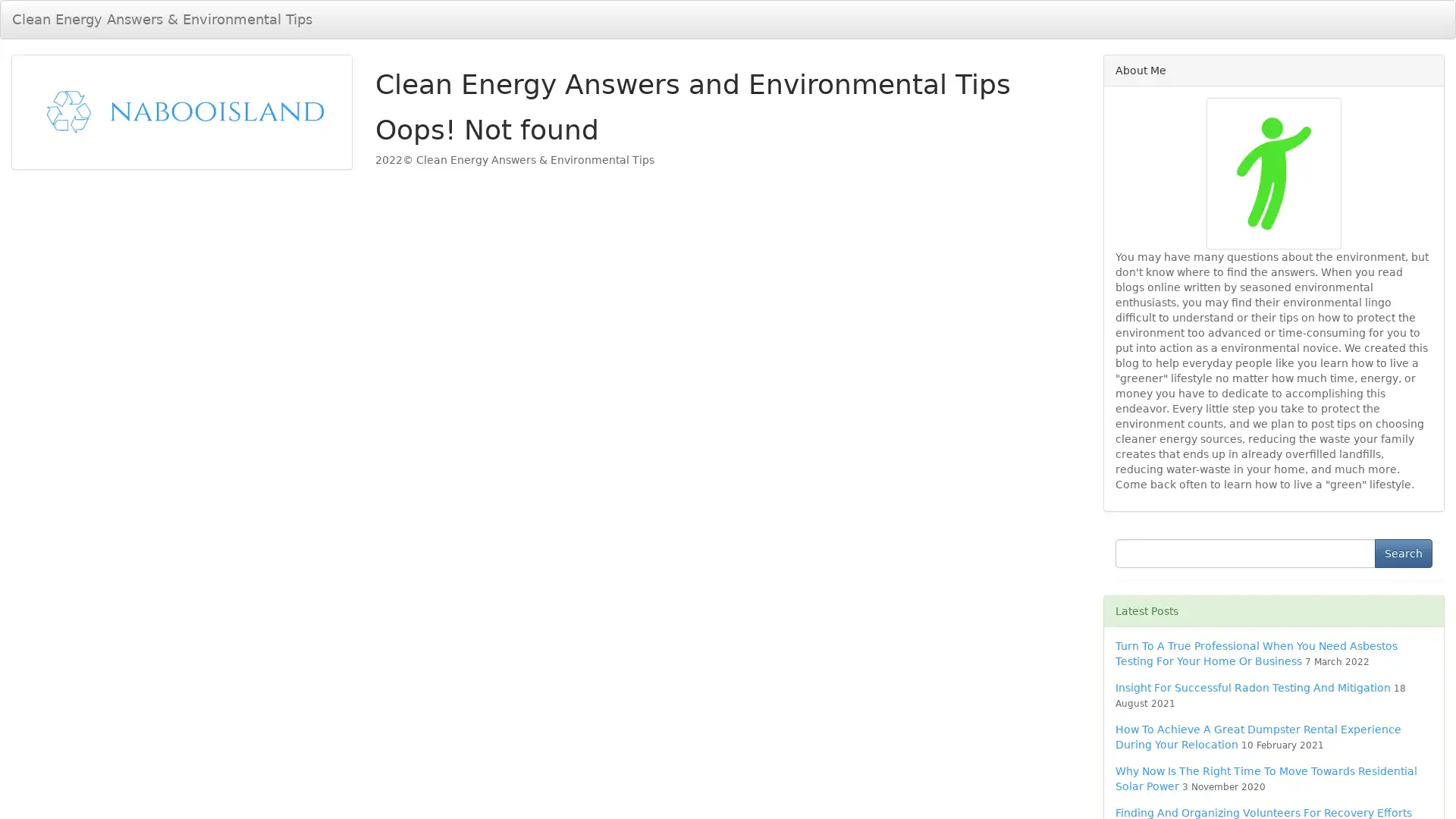 This screenshot has height=819, width=1456. I want to click on Search, so click(1403, 553).